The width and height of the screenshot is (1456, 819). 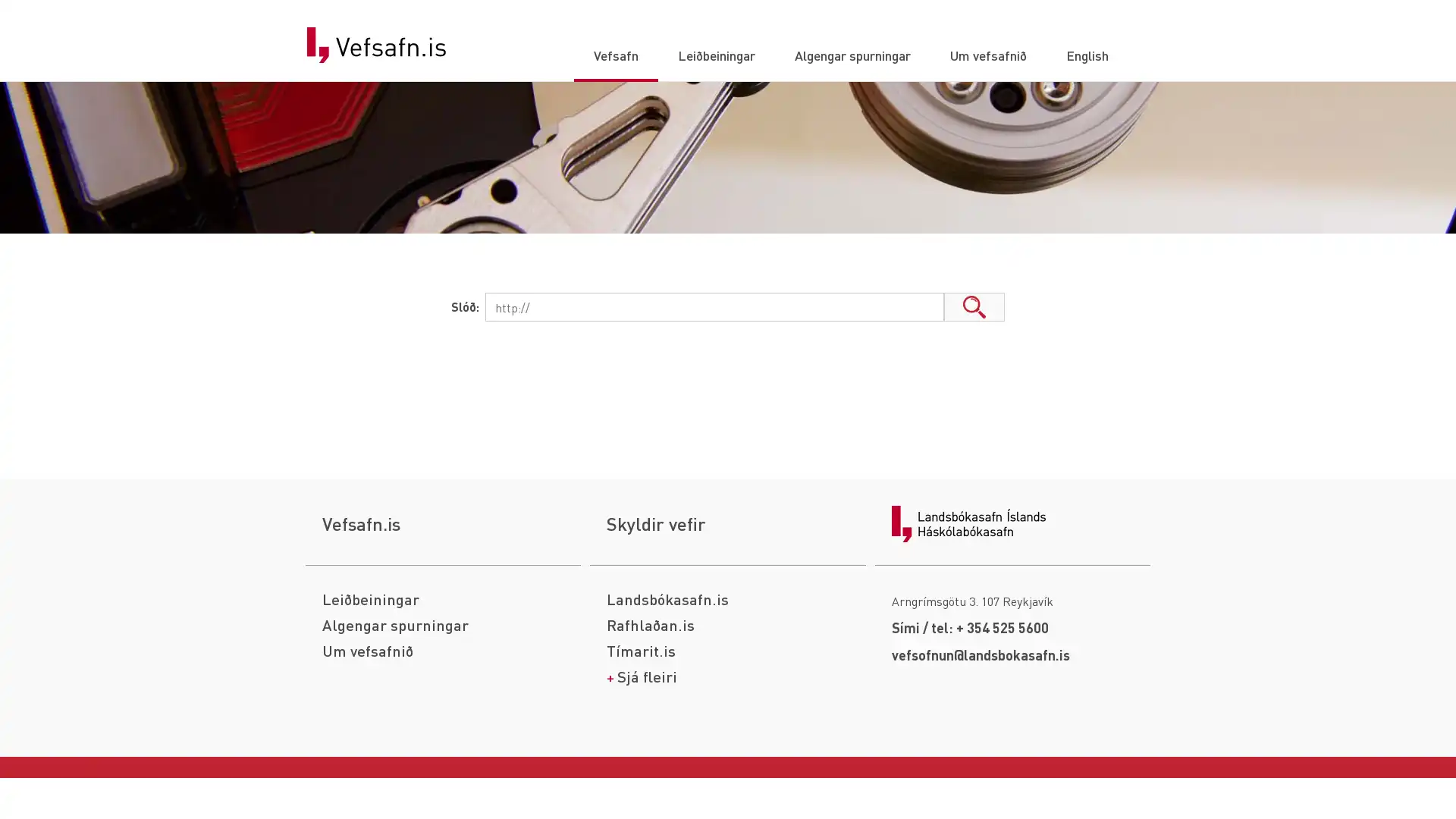 I want to click on Leita, so click(x=974, y=307).